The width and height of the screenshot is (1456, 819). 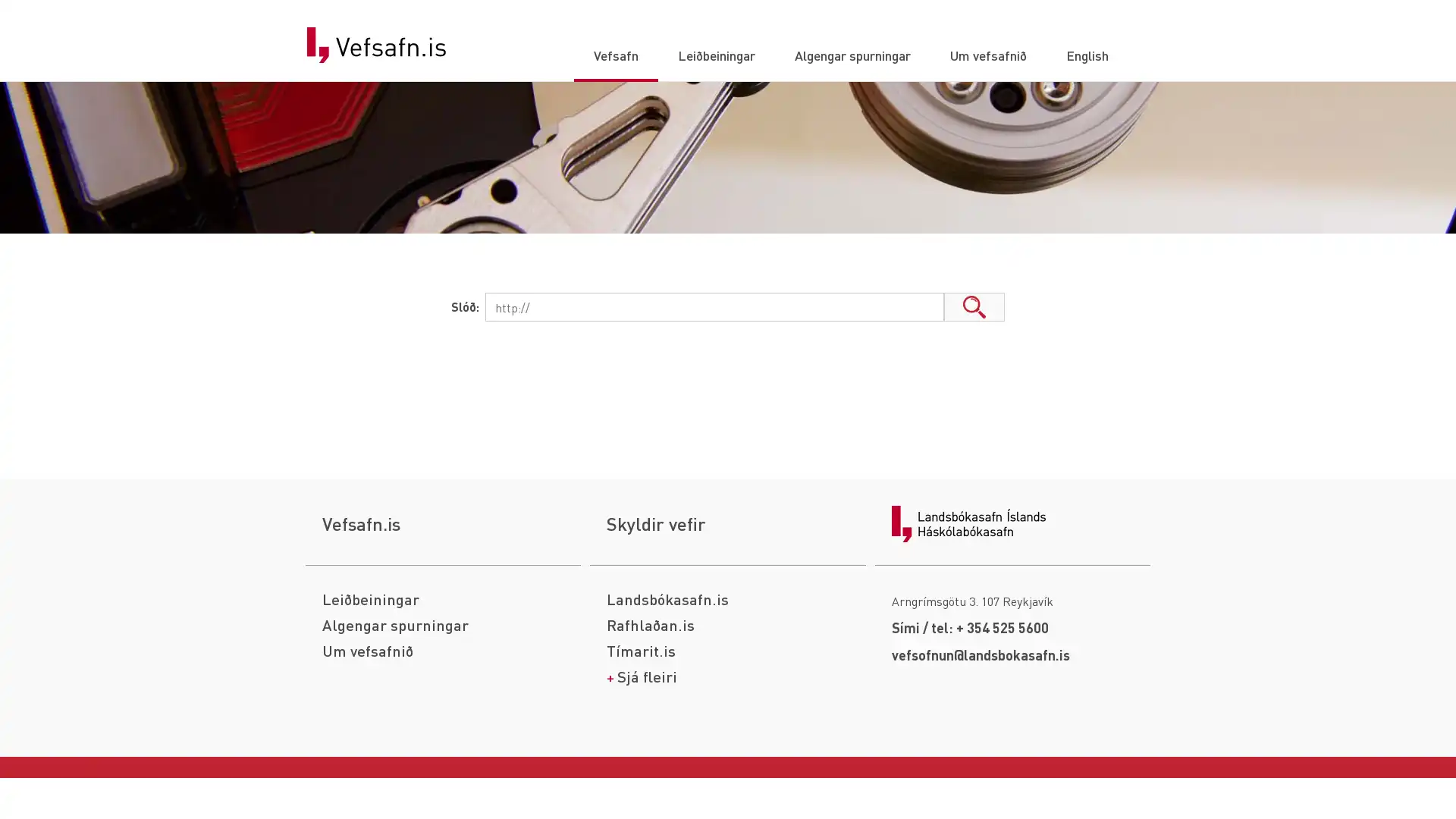 I want to click on Leita, so click(x=974, y=307).